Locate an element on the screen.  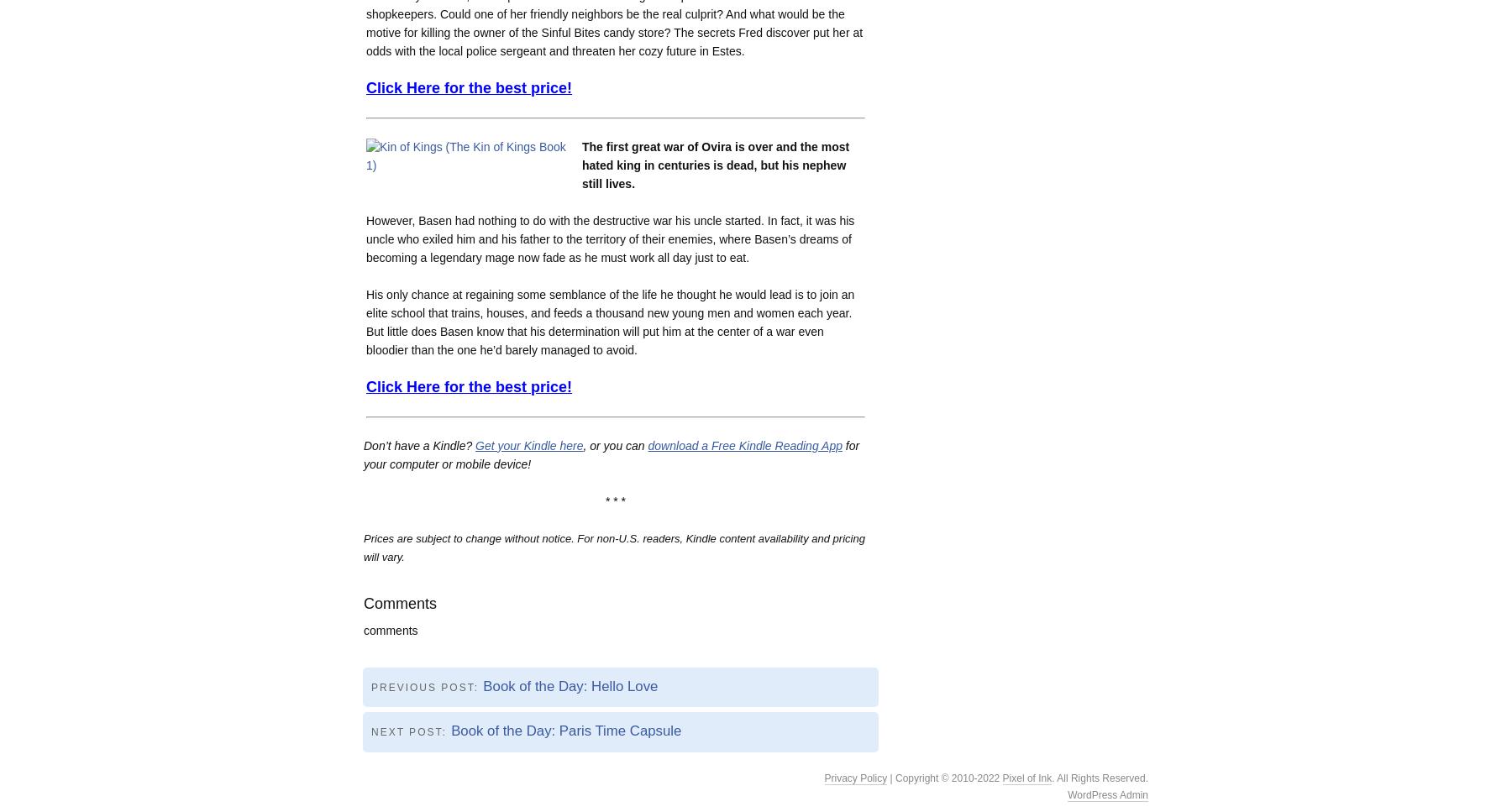
'Book of the Day: Paris Time Capsule' is located at coordinates (449, 730).